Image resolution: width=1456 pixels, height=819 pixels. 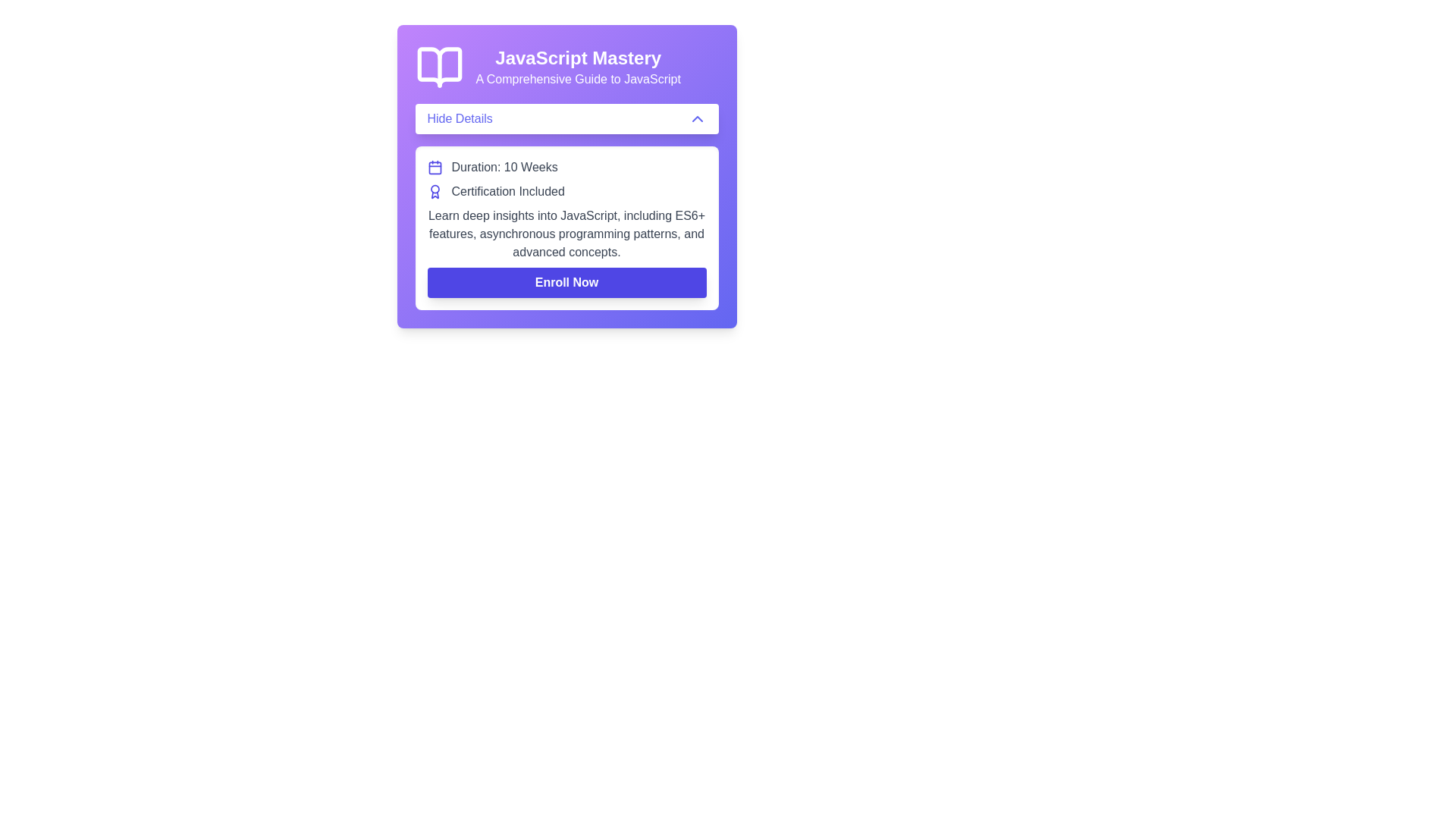 I want to click on the JavaScript course enrollment button located at the bottom of the card-like section to observe the hover effect, so click(x=566, y=283).